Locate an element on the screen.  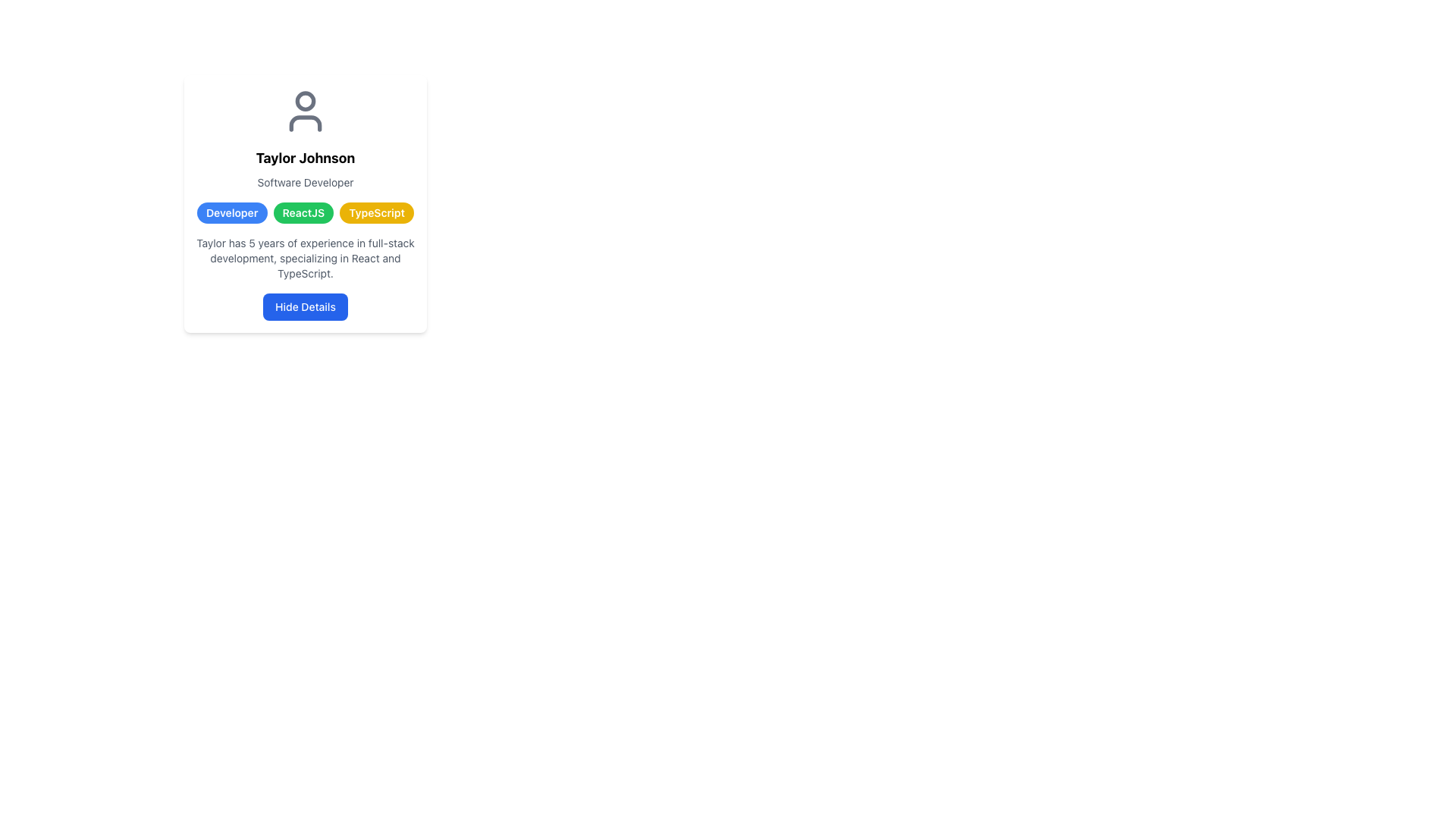
the middle badge label that provides information about the skillset or technology associated with the profile, located between the blue 'Developer' badge and the yellow 'TypeScript' badge is located at coordinates (303, 213).